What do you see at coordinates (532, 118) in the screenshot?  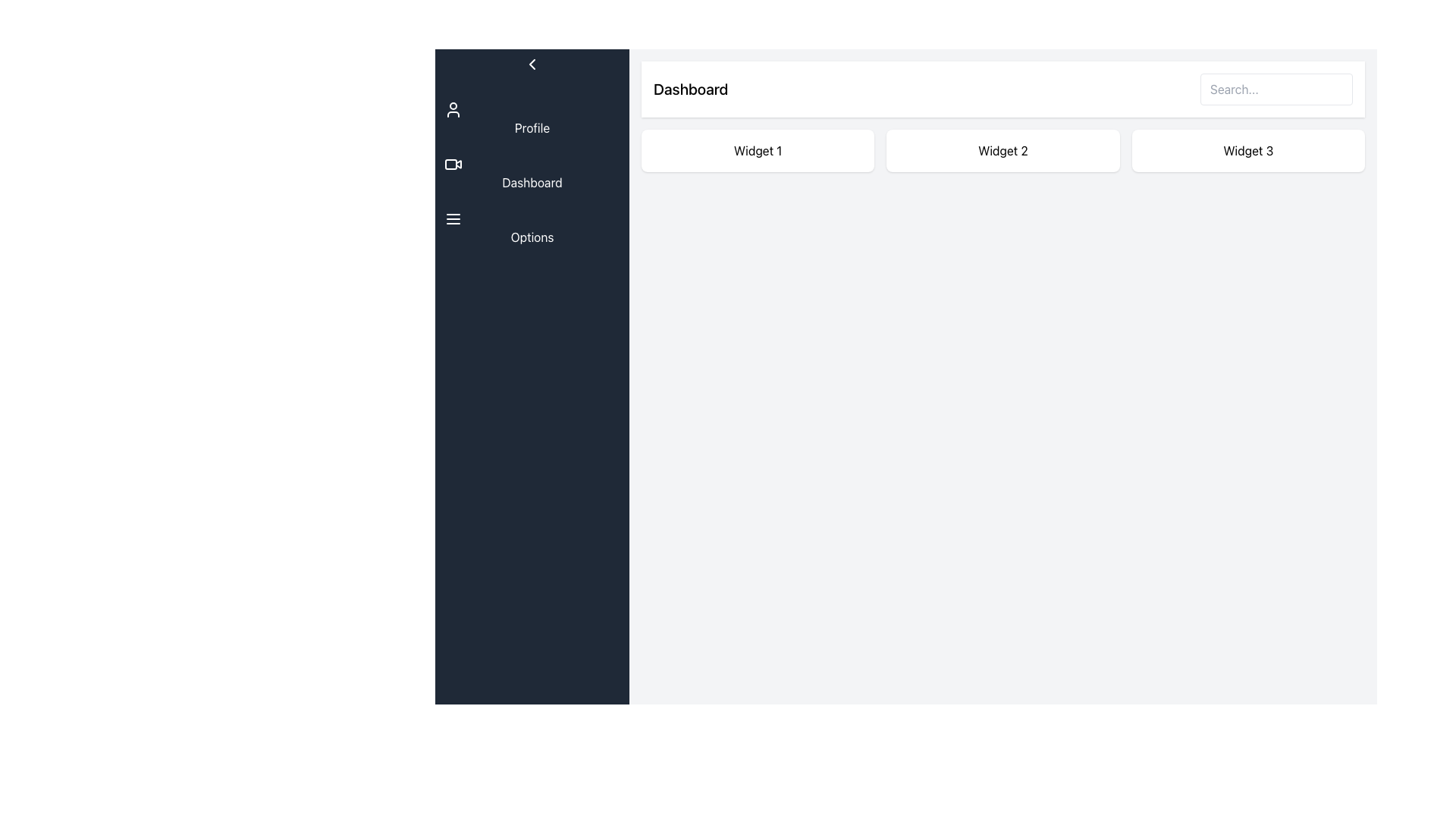 I see `the 'Profile' button located in the navigation panel, which has a person icon on the left and white text on the right` at bounding box center [532, 118].